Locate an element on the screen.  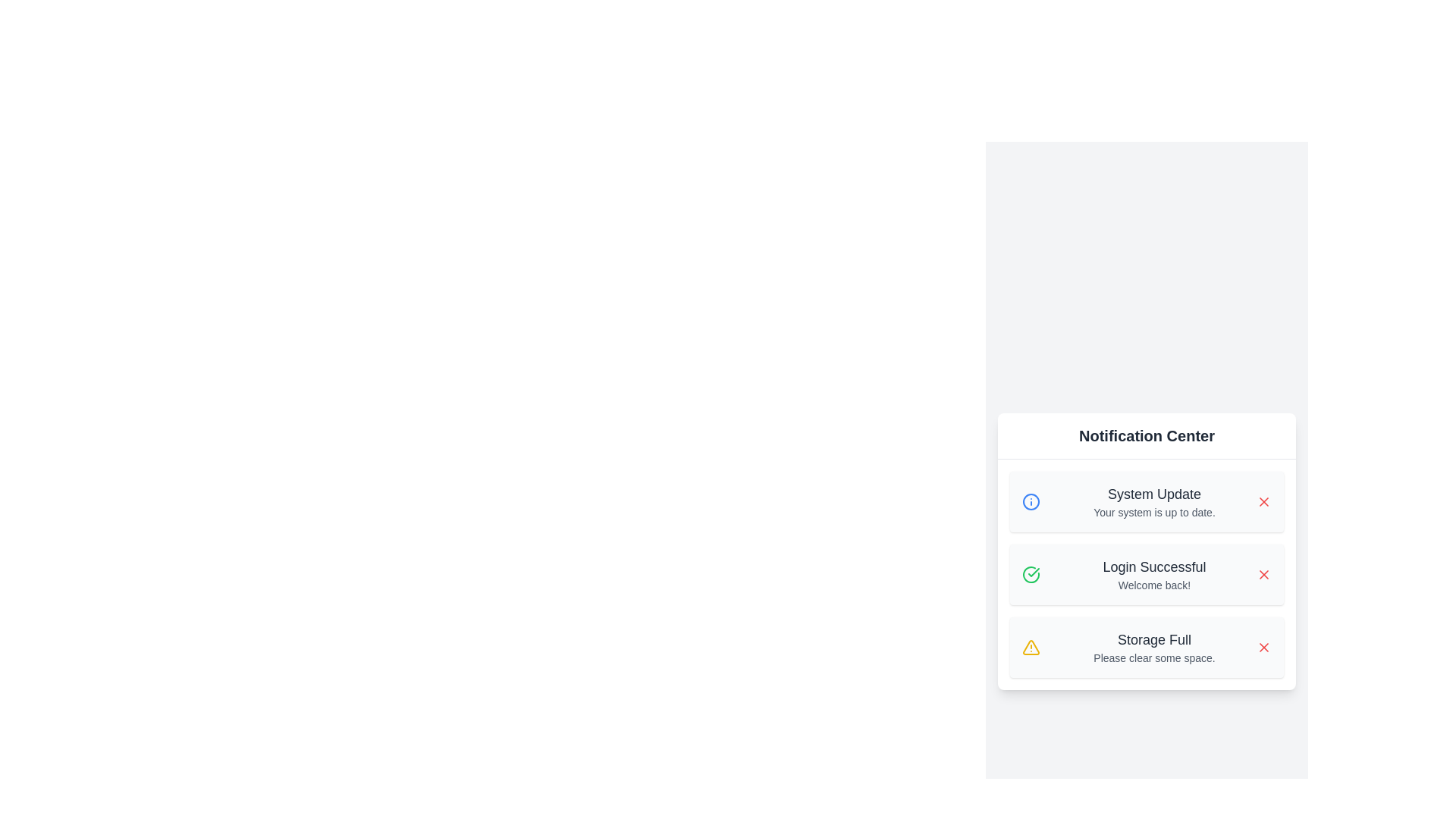
the visual state of the icon indicating a successful action related to the 'Login Successful' message, located to the left of the text in the 'Notification Center' is located at coordinates (1031, 573).